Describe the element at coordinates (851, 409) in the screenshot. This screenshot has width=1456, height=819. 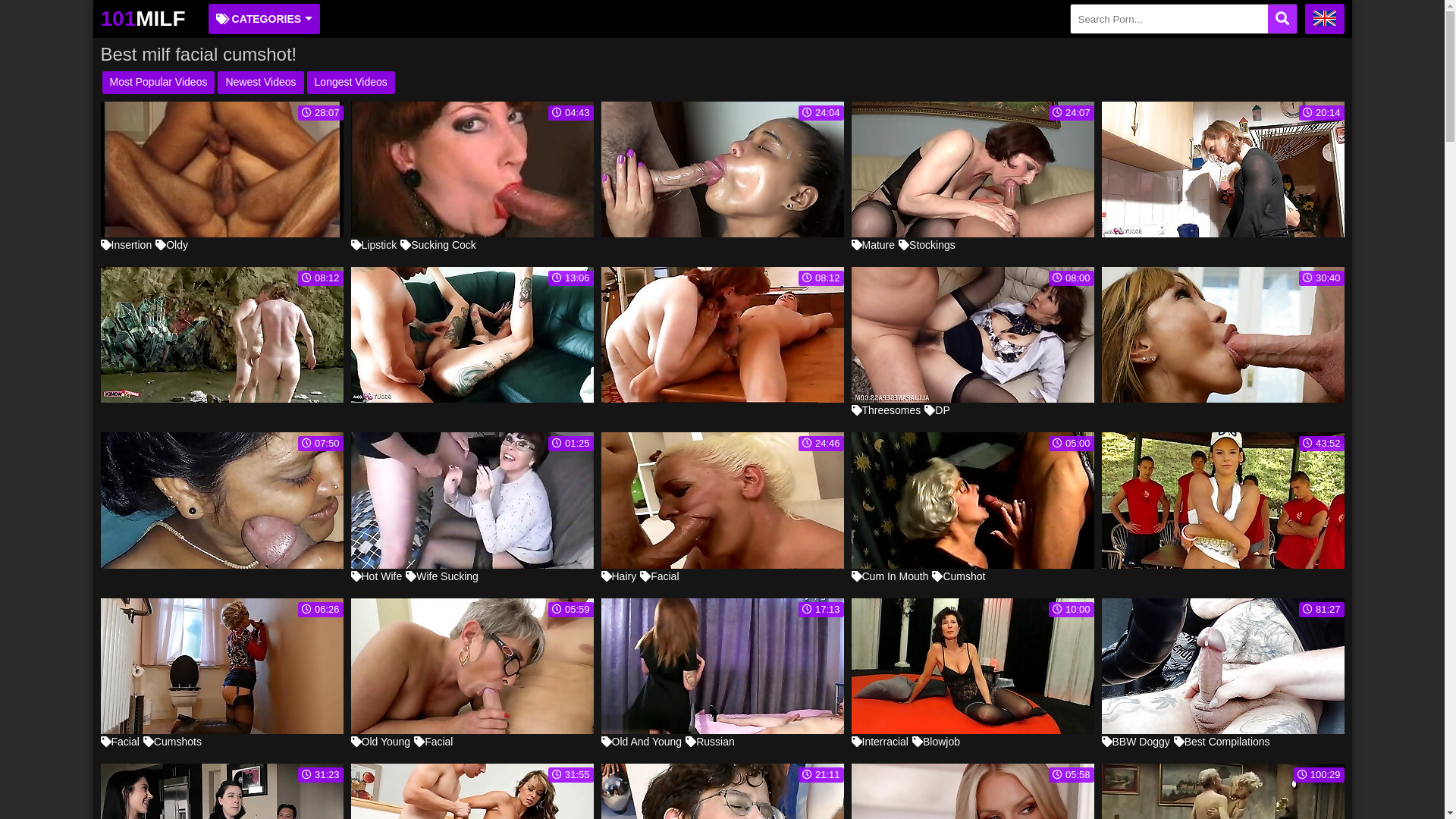
I see `'Threesomes'` at that location.